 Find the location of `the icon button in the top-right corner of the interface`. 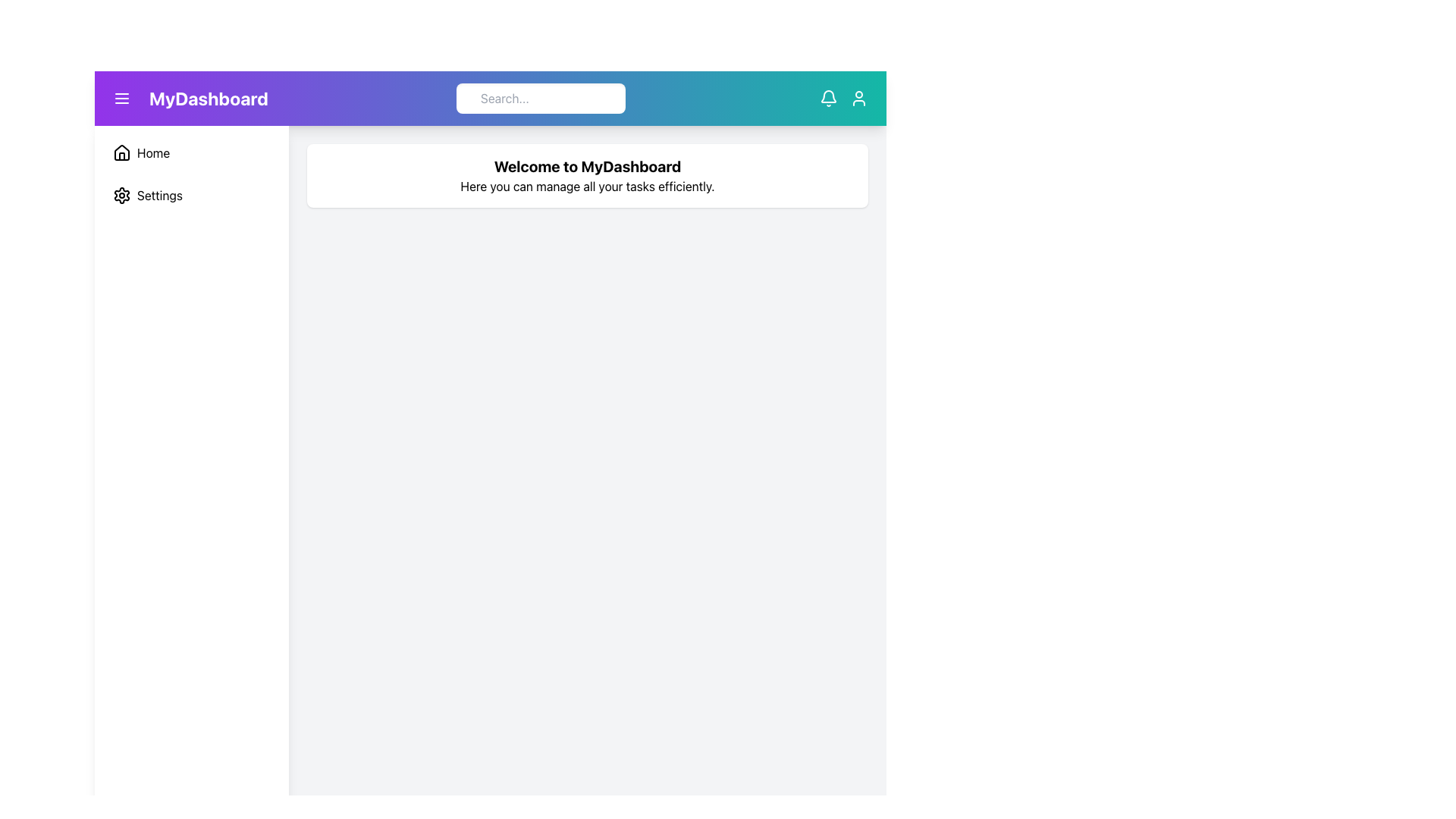

the icon button in the top-right corner of the interface is located at coordinates (858, 99).